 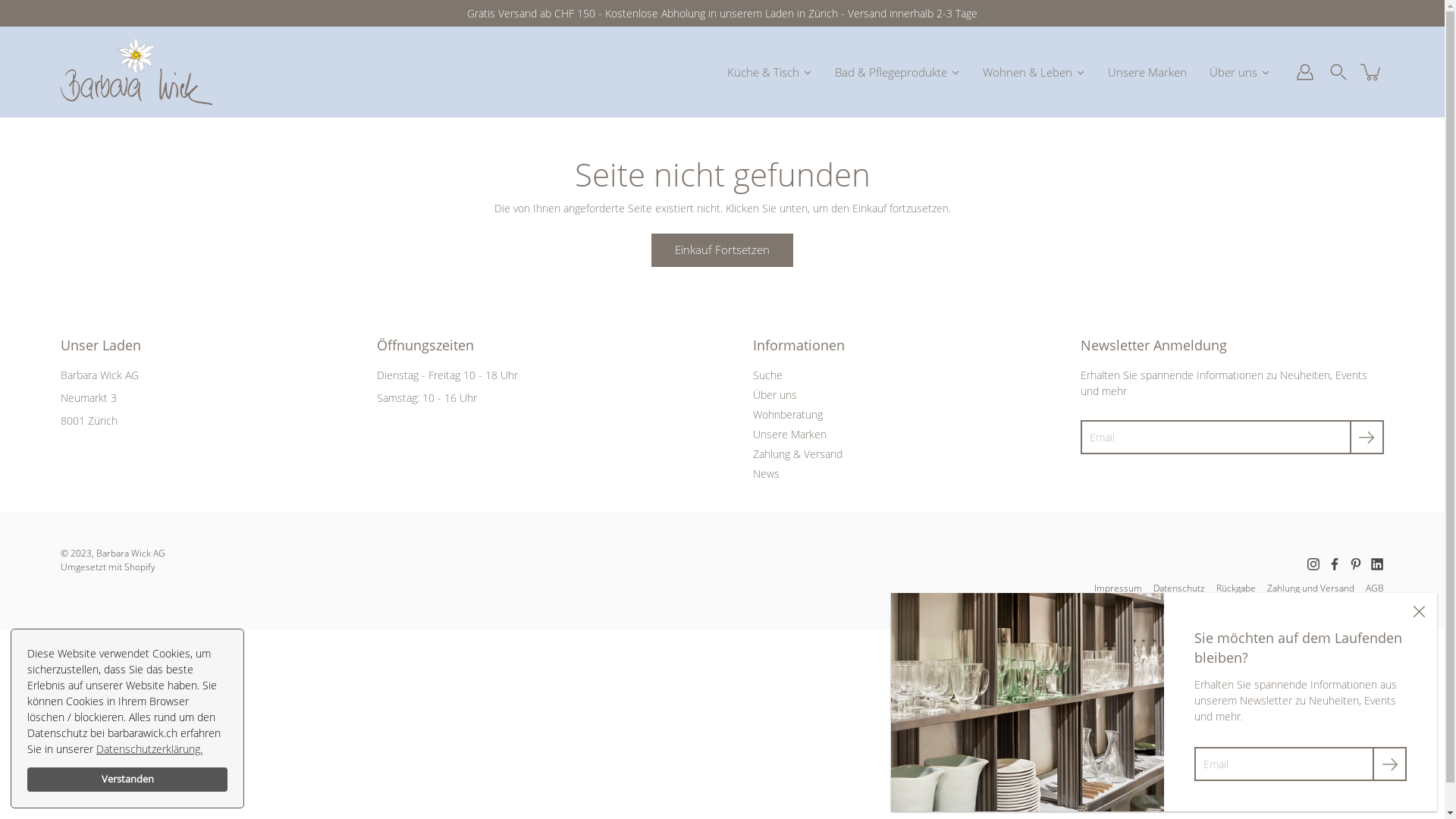 What do you see at coordinates (1094, 587) in the screenshot?
I see `'Impressum'` at bounding box center [1094, 587].